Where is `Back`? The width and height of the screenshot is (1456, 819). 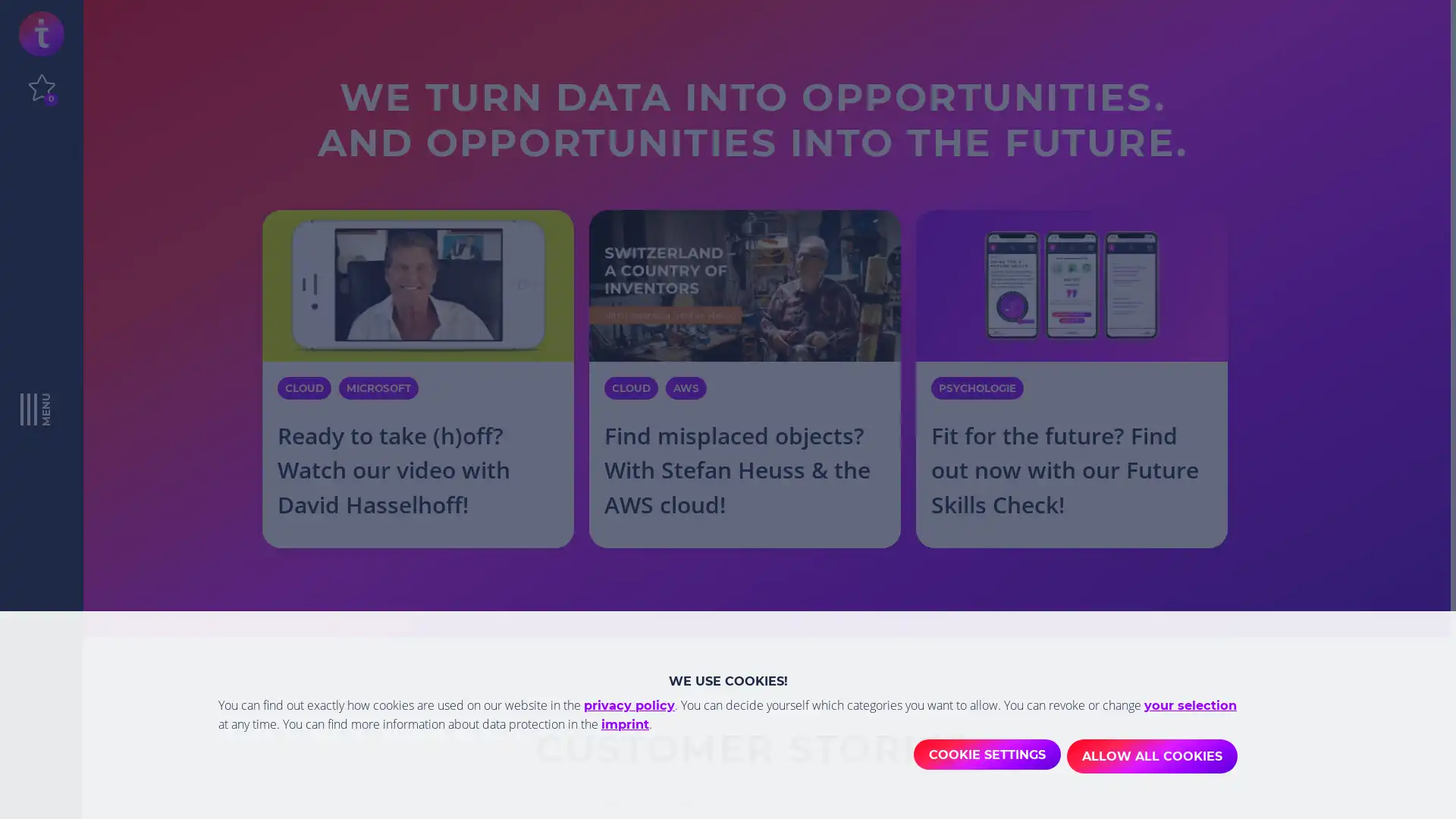
Back is located at coordinates (234, 783).